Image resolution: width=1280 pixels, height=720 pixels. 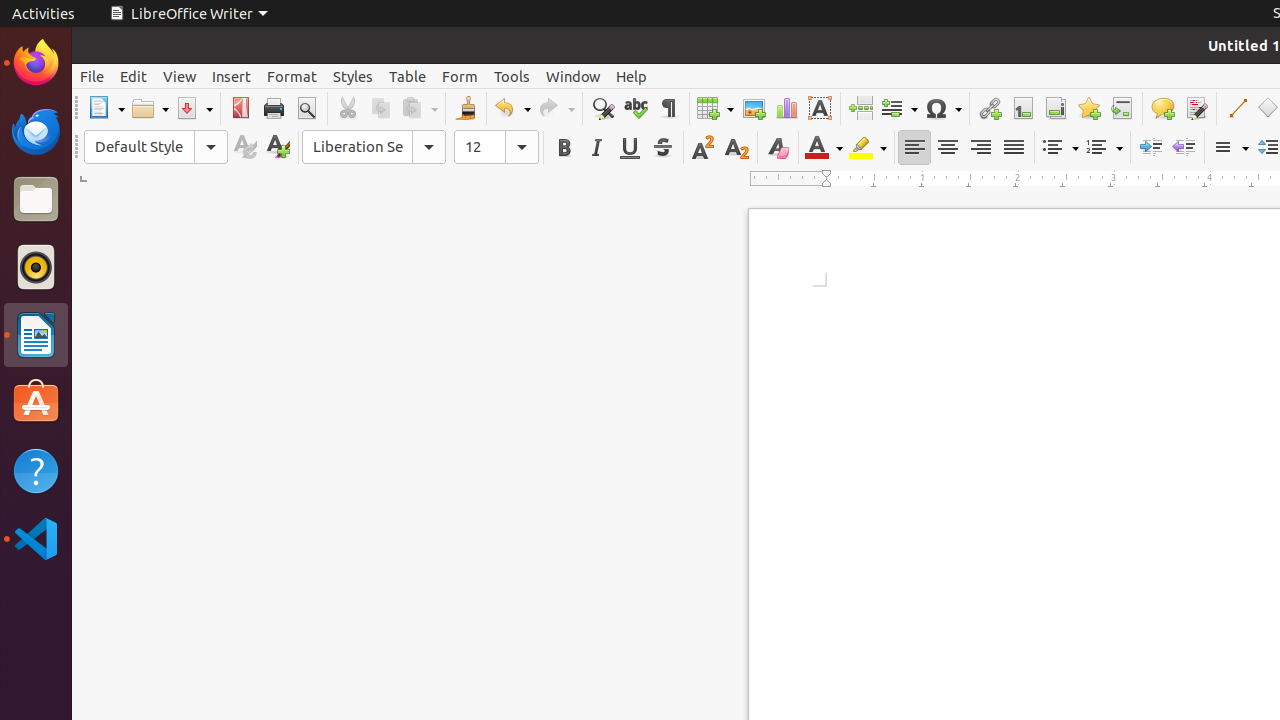 I want to click on 'Symbol', so click(x=941, y=108).